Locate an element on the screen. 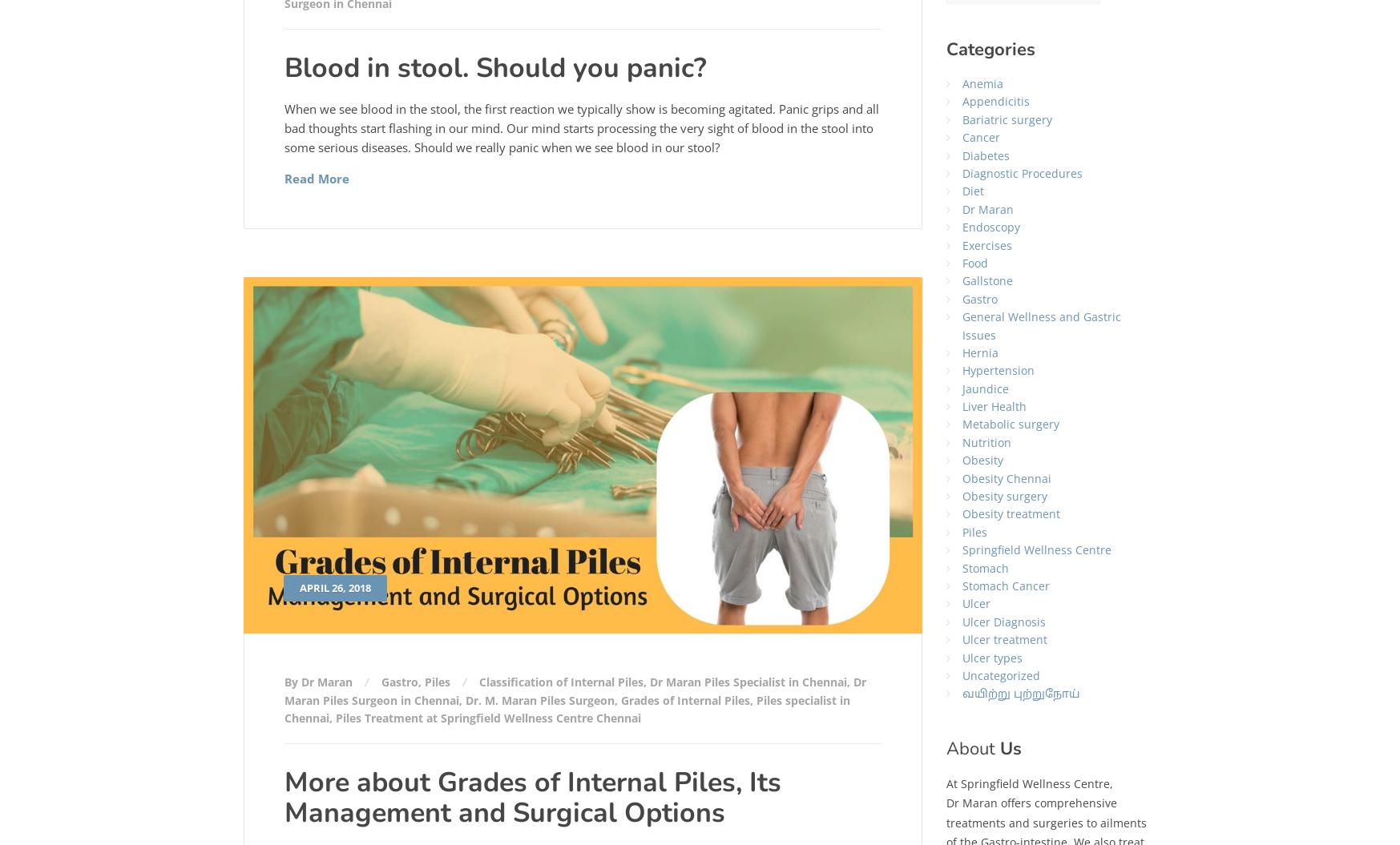 The image size is (1400, 845). 'Dr Maran' is located at coordinates (988, 208).